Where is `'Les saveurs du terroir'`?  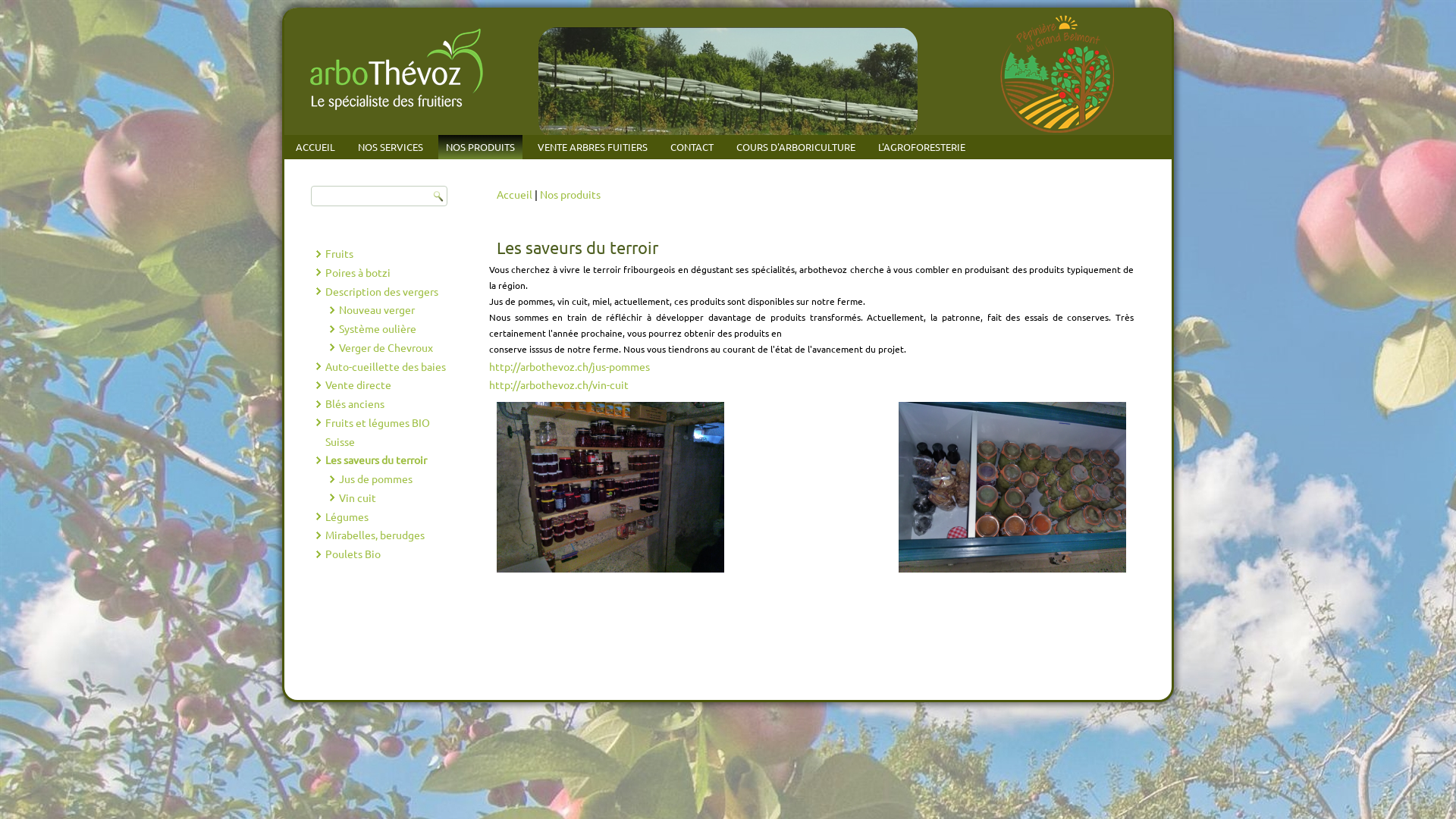 'Les saveurs du terroir' is located at coordinates (375, 458).